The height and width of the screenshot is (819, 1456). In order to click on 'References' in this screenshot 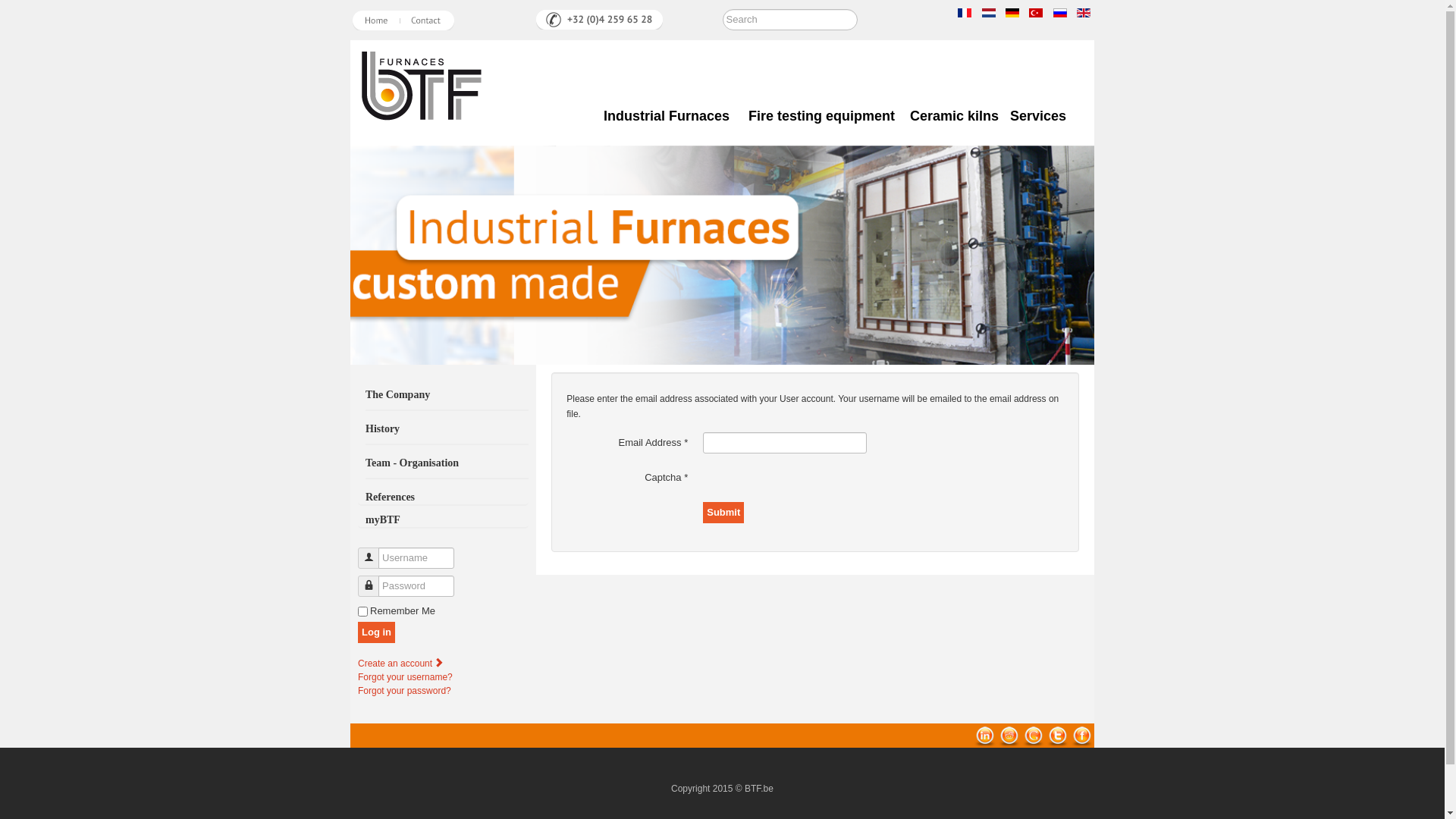, I will do `click(442, 497)`.